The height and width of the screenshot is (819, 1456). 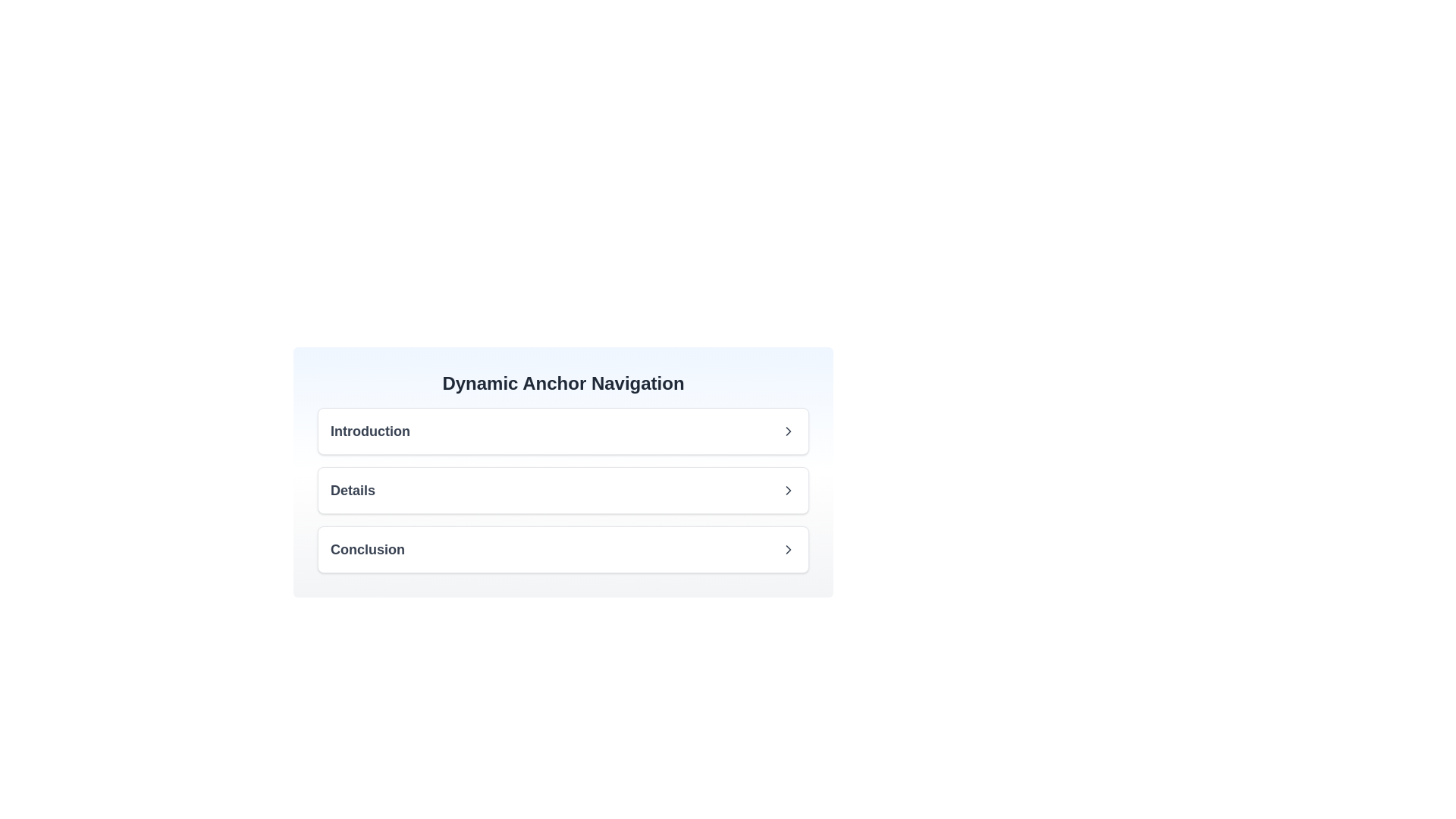 I want to click on the rightward-pointing arrow icon located within the SVG element at the topmost section of the navigation list, aligned to the right-hand side of the item labeled 'Introduction.', so click(x=789, y=431).